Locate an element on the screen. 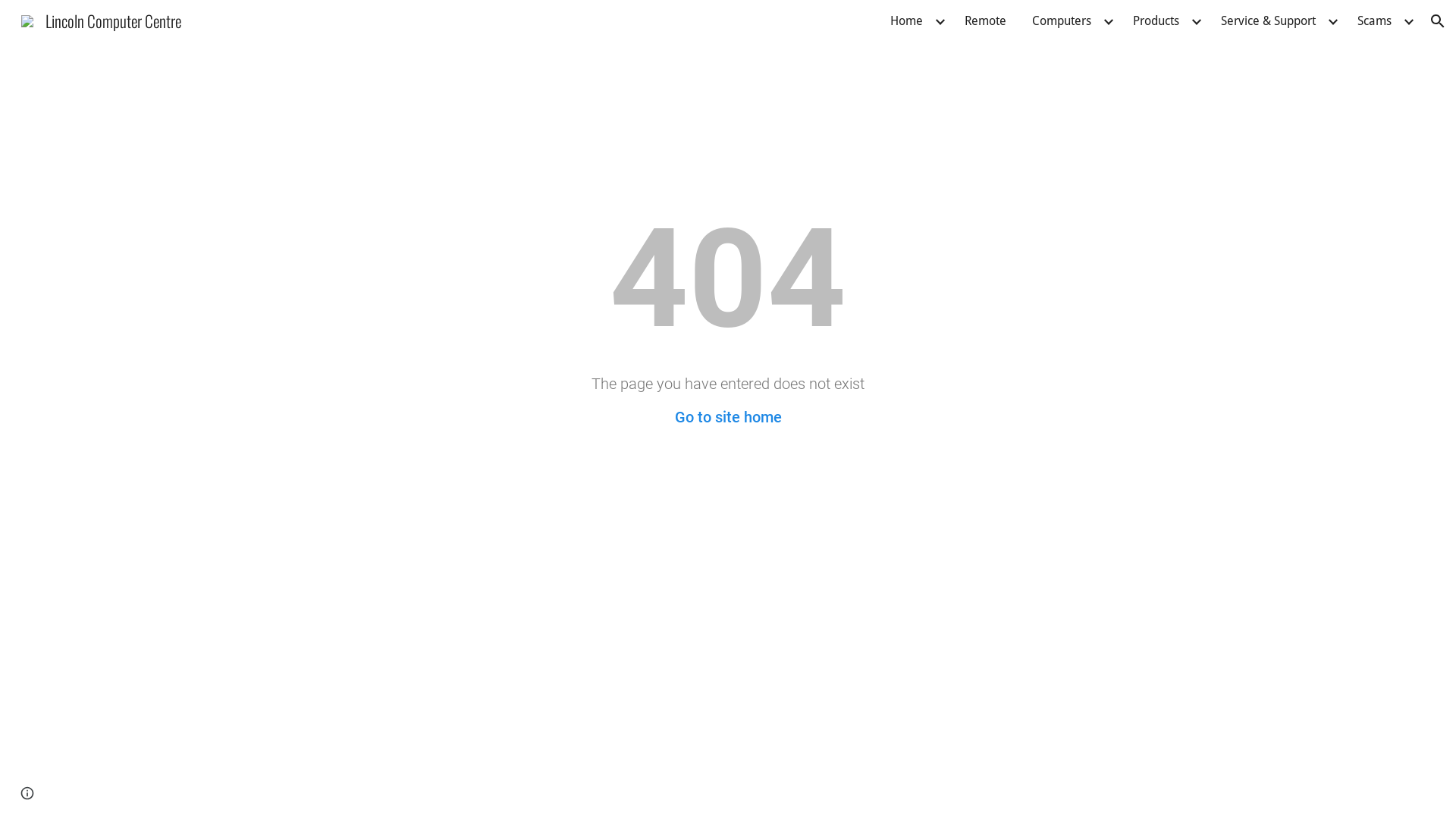 This screenshot has width=1456, height=819. 'Lincoln Computer Centre' is located at coordinates (100, 18).